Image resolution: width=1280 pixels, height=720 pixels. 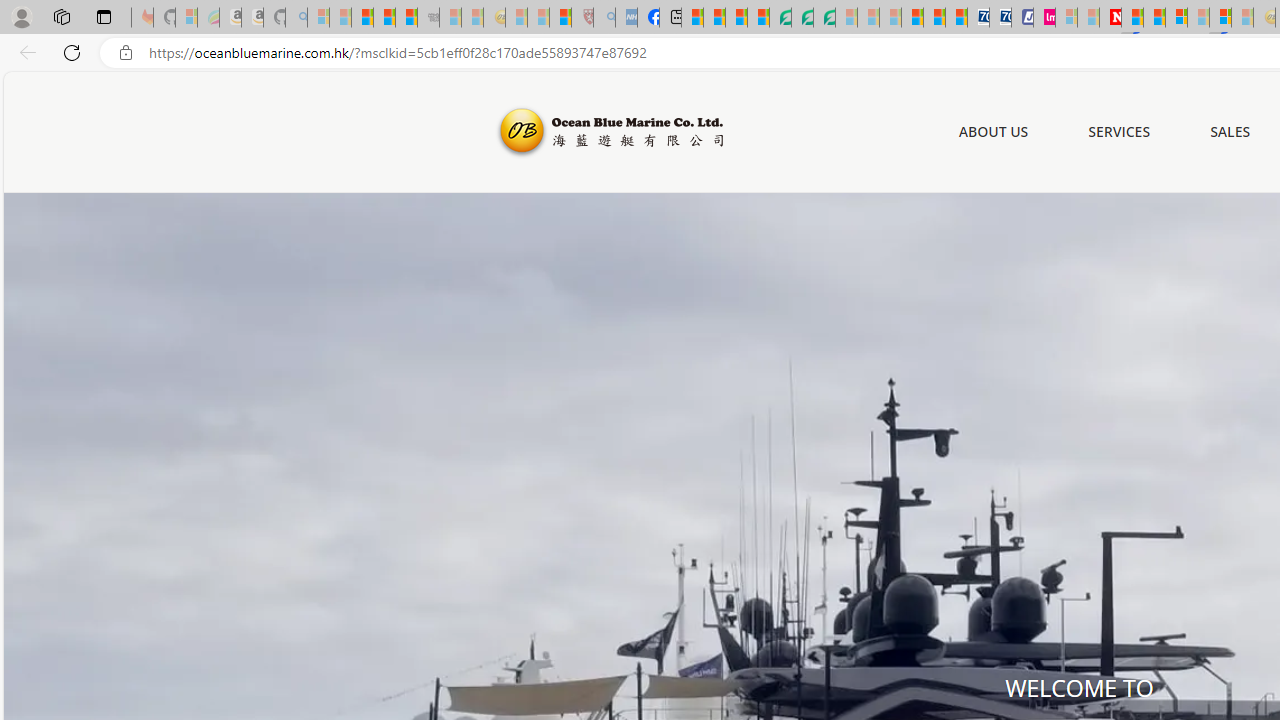 I want to click on 'LendingTree - Compare Lenders', so click(x=779, y=17).